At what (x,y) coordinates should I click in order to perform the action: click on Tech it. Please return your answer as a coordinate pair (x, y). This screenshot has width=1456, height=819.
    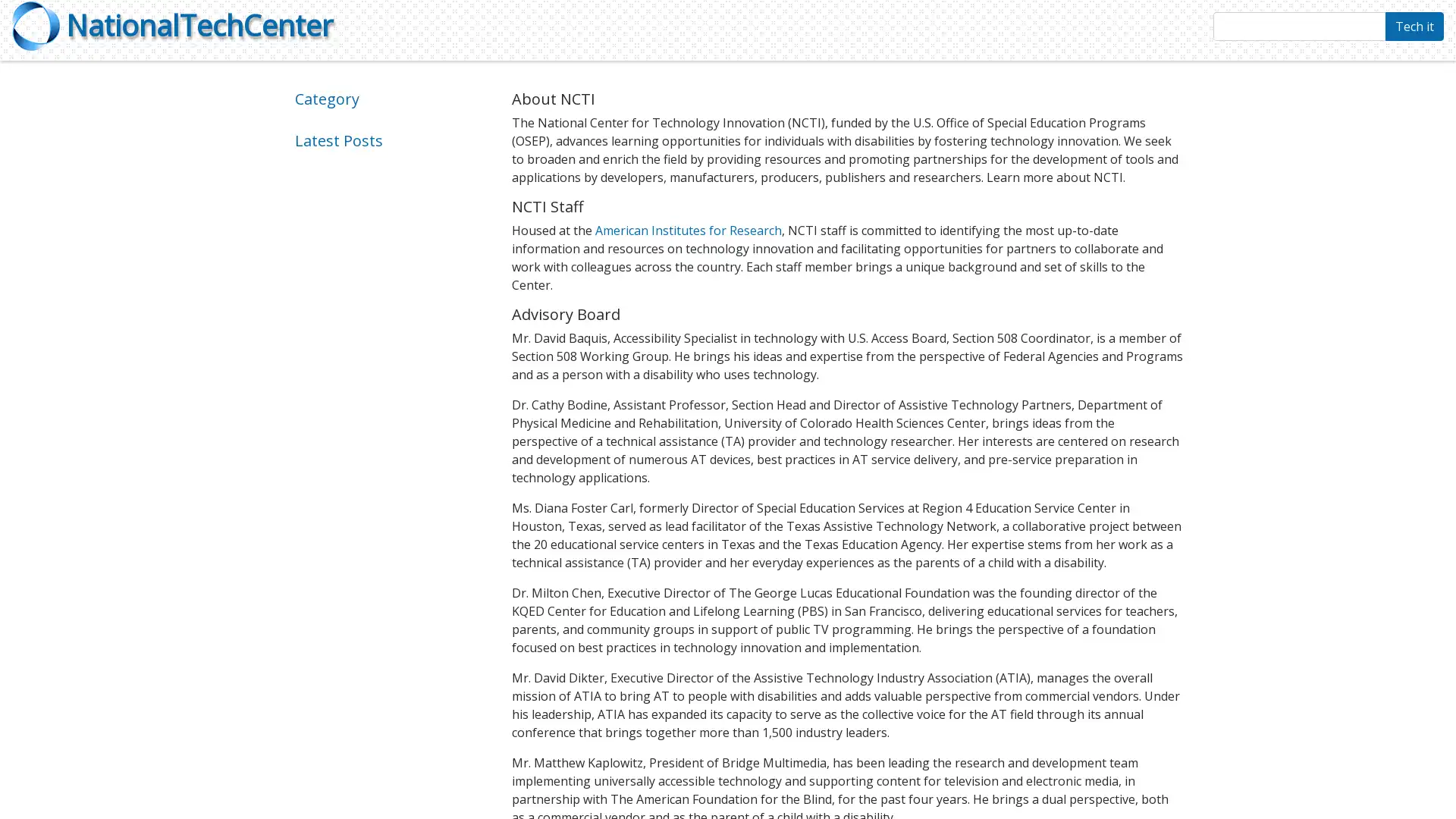
    Looking at the image, I should click on (1414, 26).